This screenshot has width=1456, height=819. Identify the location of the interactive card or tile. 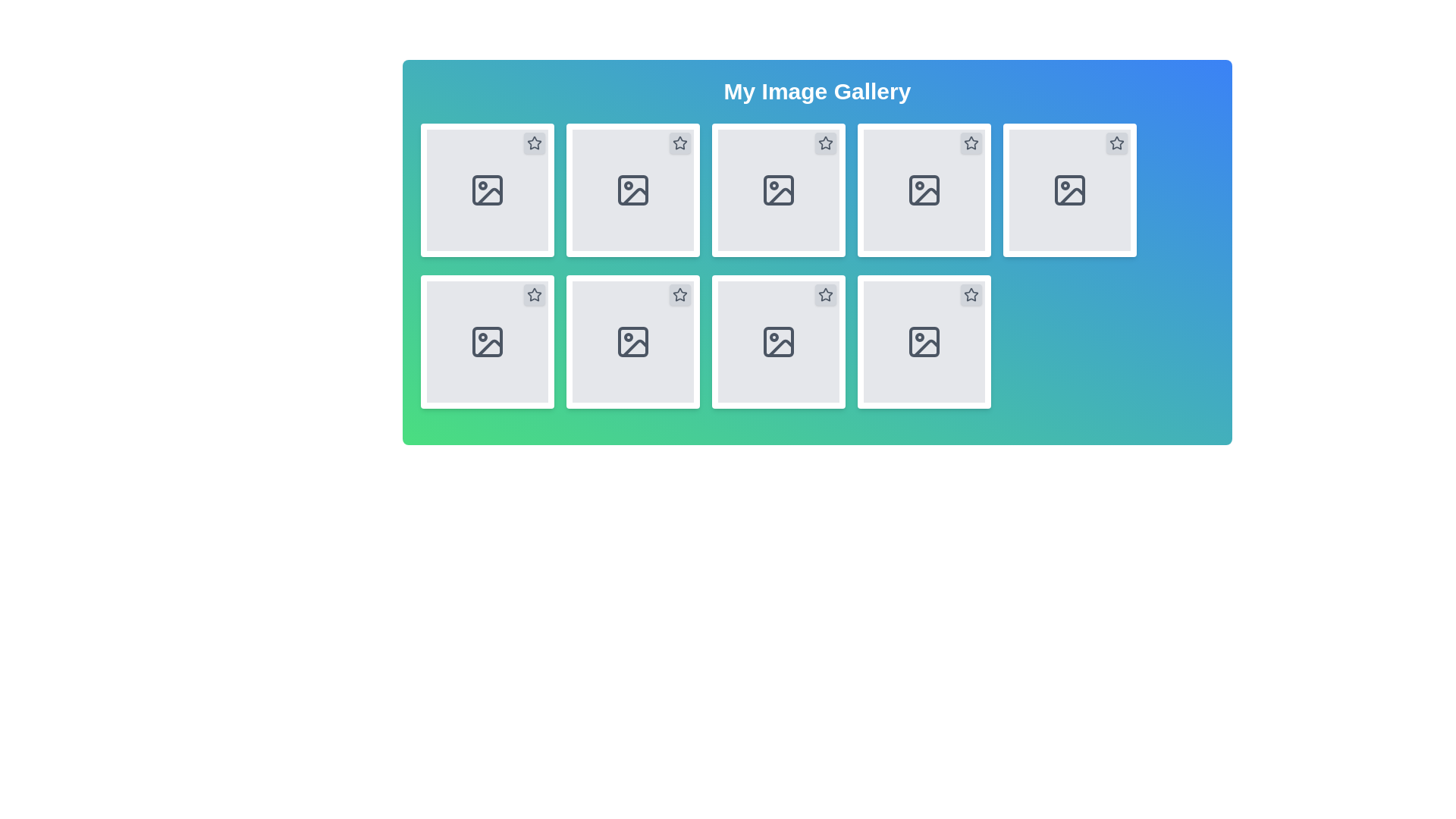
(488, 189).